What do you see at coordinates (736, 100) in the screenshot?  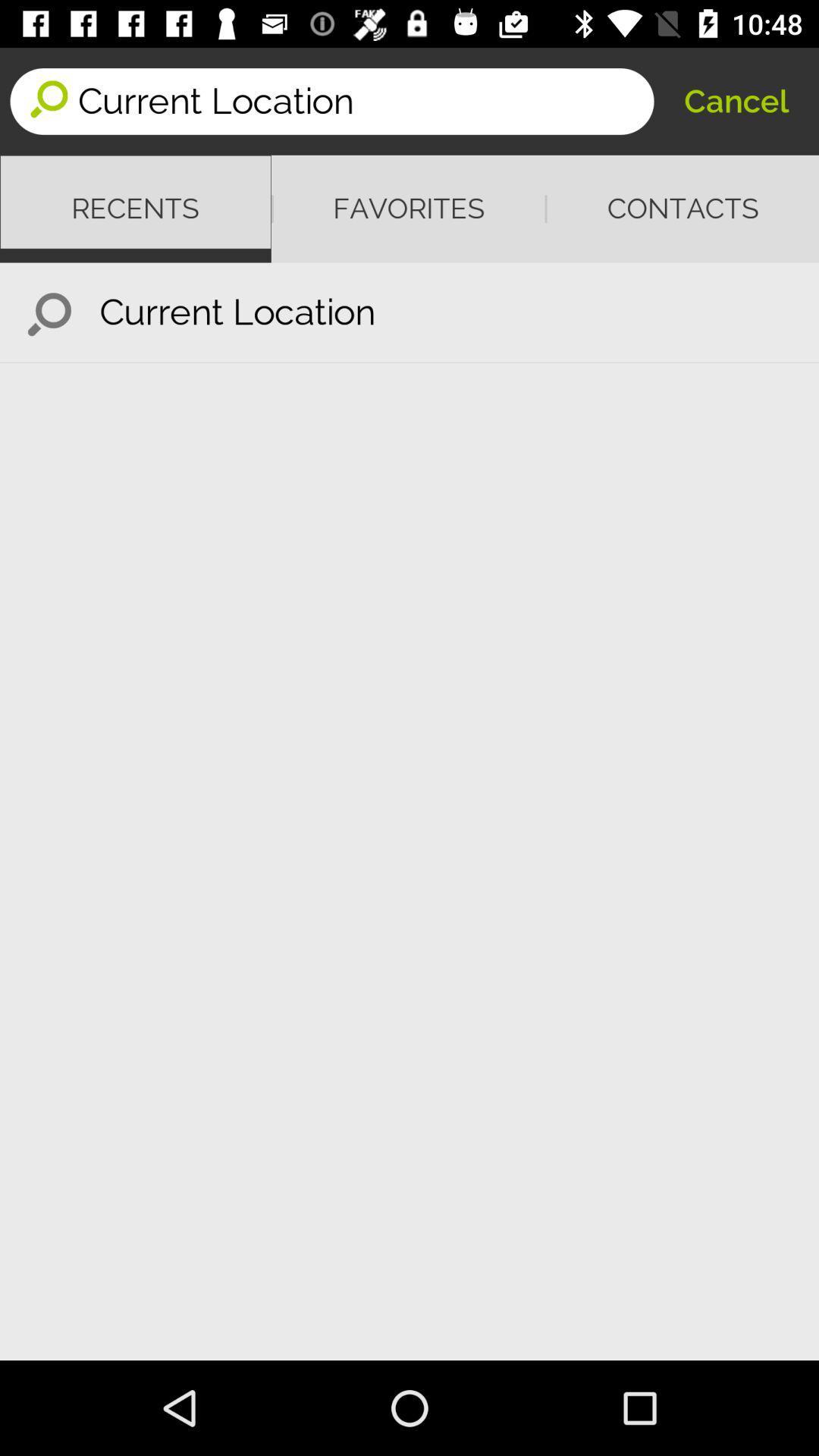 I see `cancel item` at bounding box center [736, 100].